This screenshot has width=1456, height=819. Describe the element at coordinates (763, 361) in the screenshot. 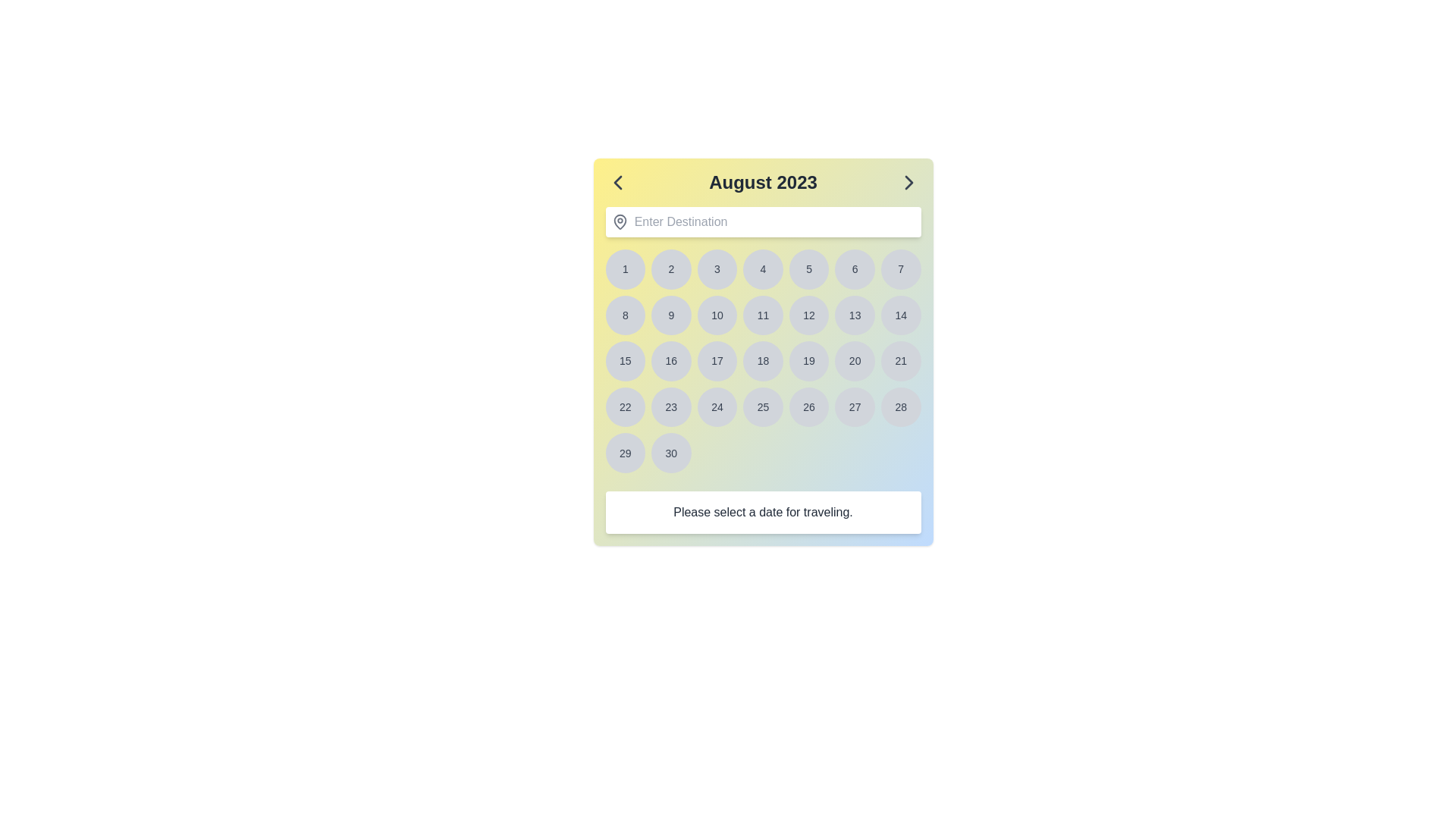

I see `the button that allows the user to select the date the 18th in the displayed month 'August 2023' in the fourth row and fourth column of a 7x5 grid` at that location.